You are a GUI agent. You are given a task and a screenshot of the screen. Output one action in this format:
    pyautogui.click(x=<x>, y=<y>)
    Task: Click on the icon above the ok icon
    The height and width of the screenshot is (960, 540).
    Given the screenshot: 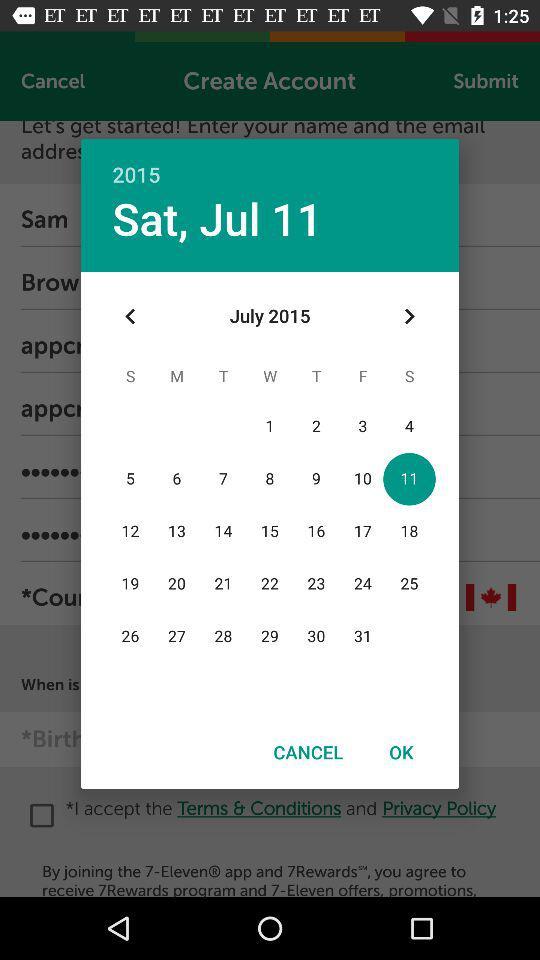 What is the action you would take?
    pyautogui.click(x=408, y=316)
    